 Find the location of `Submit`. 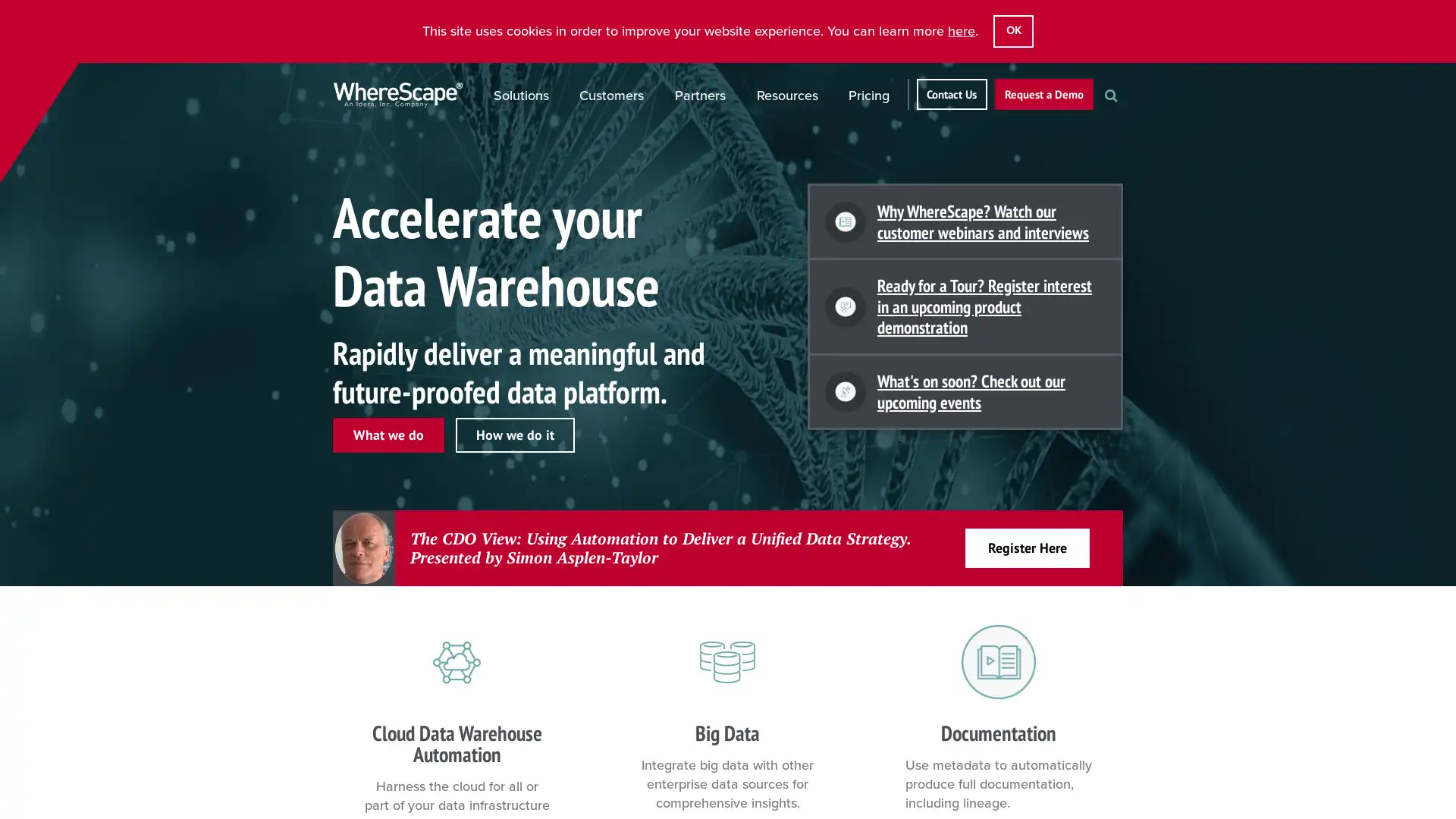

Submit is located at coordinates (1127, 120).